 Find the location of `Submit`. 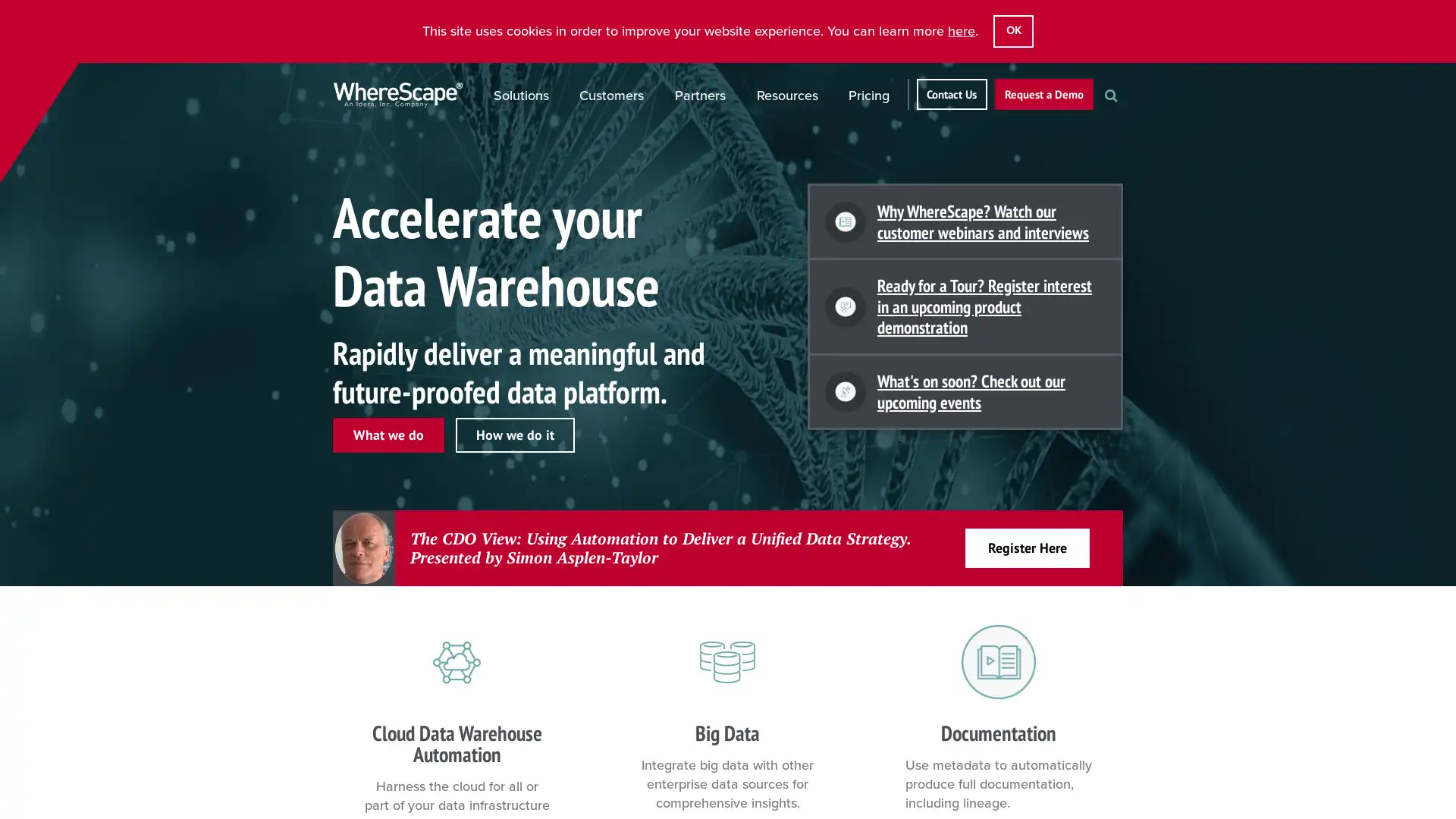

Submit is located at coordinates (1127, 120).